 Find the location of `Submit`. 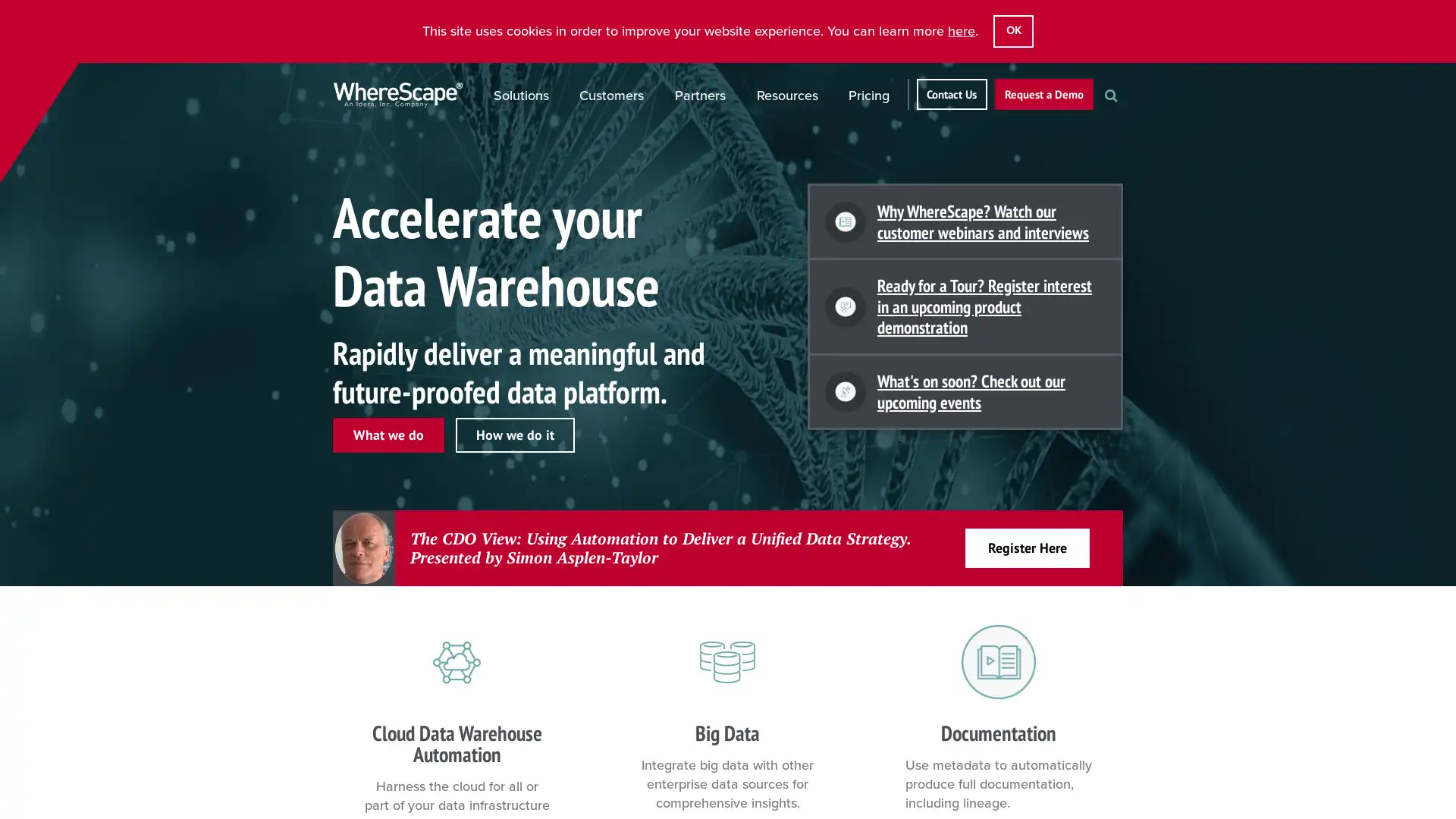

Submit is located at coordinates (1127, 120).